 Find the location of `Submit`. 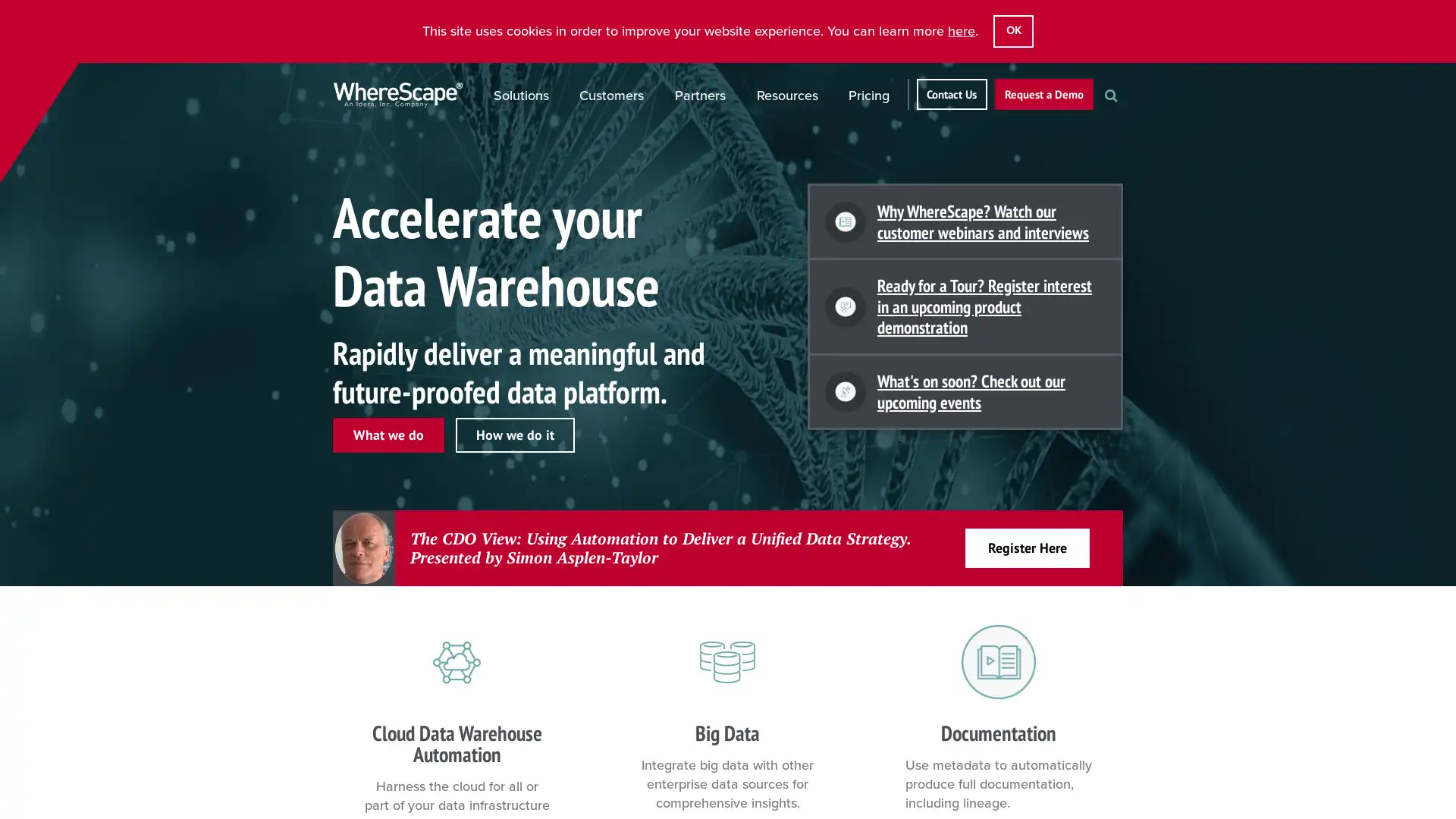

Submit is located at coordinates (1127, 120).